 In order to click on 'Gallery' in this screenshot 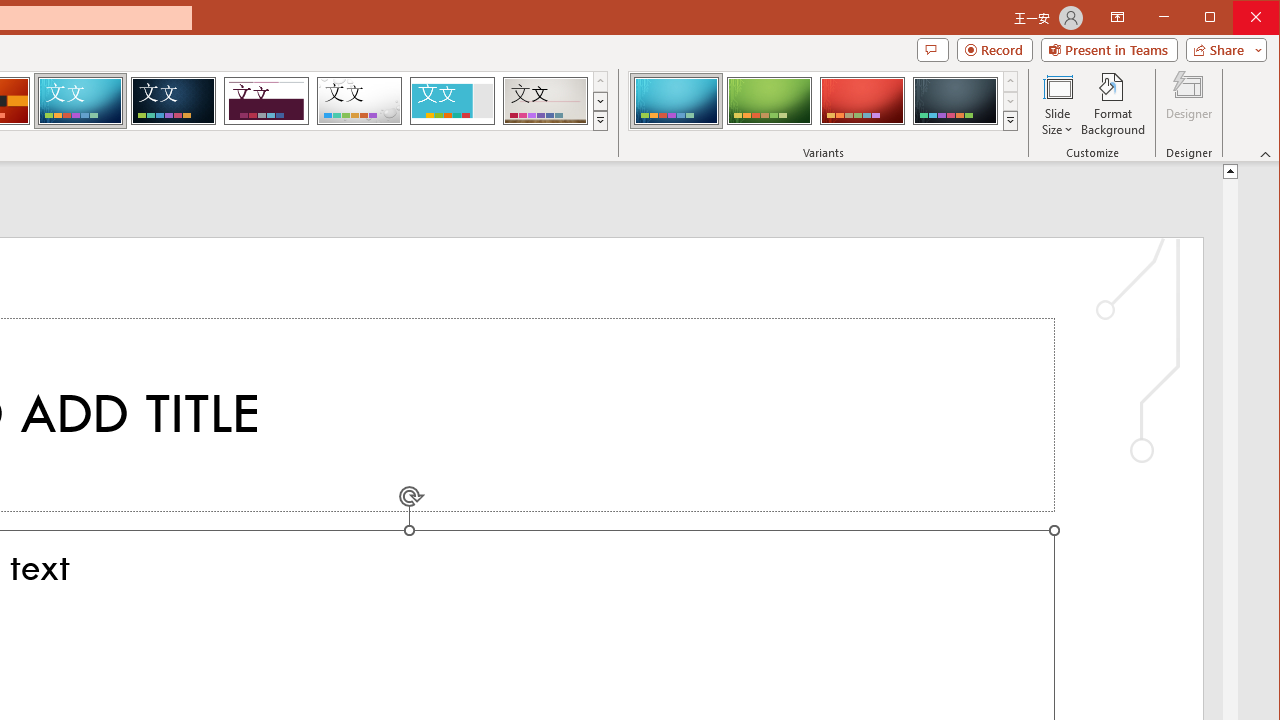, I will do `click(545, 100)`.